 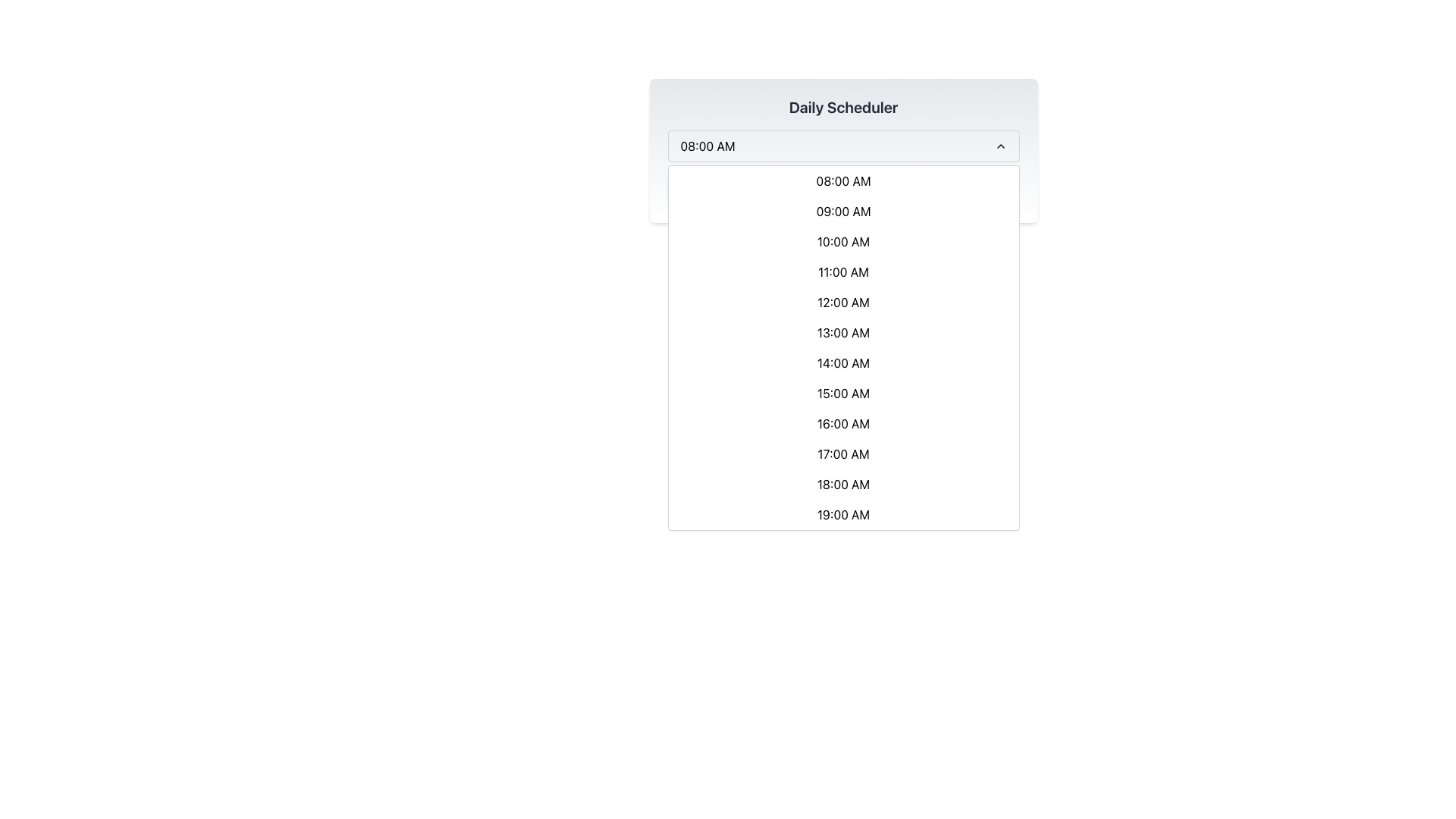 What do you see at coordinates (843, 393) in the screenshot?
I see `to select the time option '15:00 AM' from the eighth position in the dropdown menu` at bounding box center [843, 393].